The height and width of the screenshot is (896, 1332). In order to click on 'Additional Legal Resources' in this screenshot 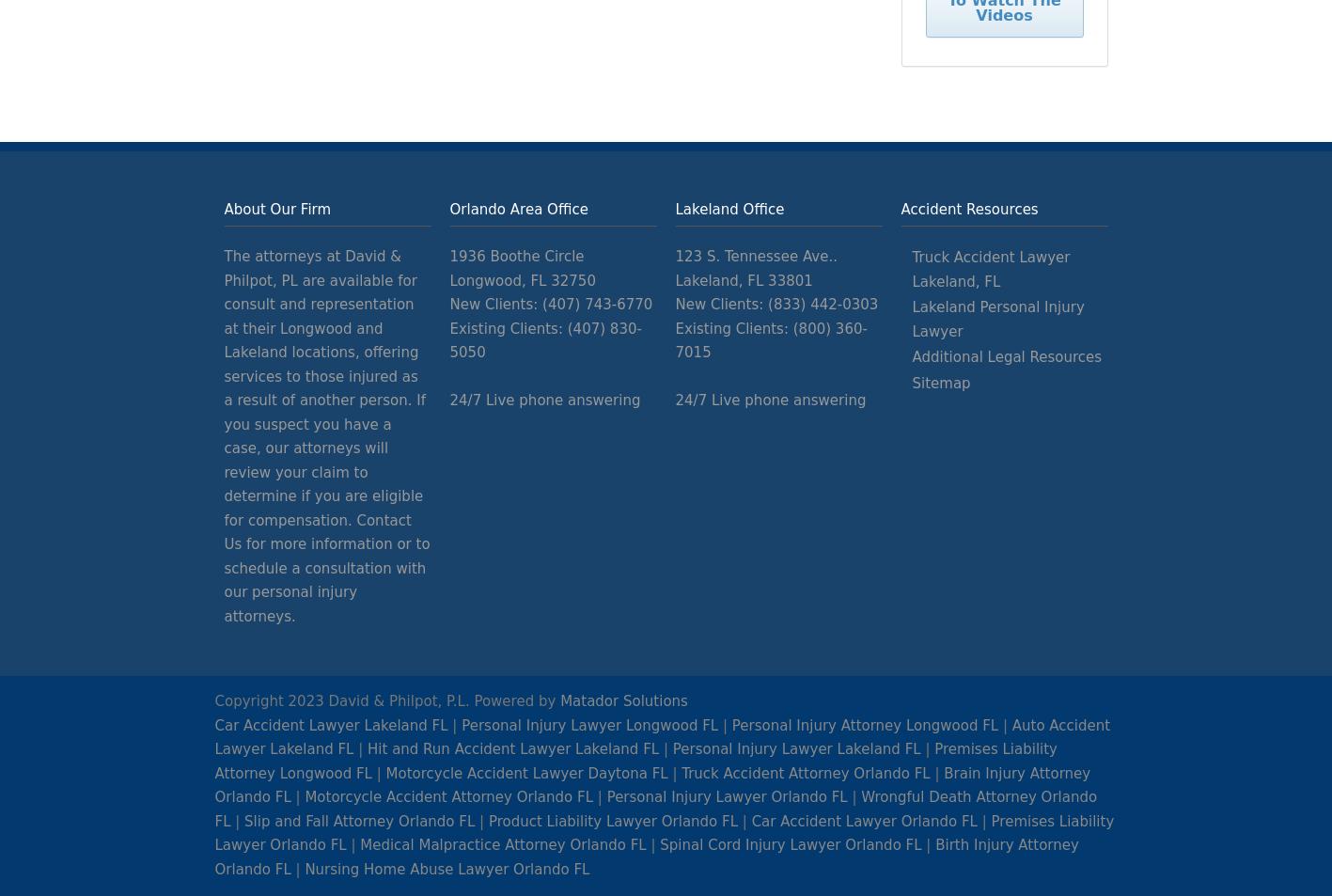, I will do `click(1006, 355)`.